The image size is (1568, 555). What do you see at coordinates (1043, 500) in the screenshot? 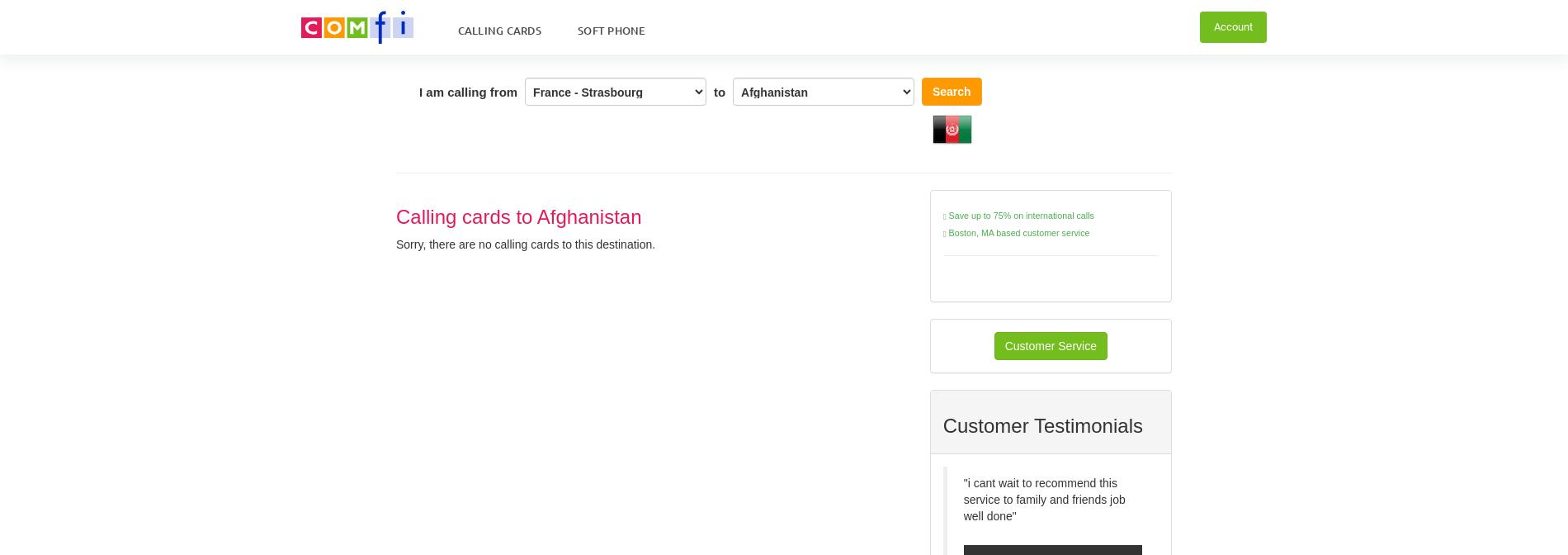
I see `'"i cant wait to recommend this service to family and friends job well done"'` at bounding box center [1043, 500].